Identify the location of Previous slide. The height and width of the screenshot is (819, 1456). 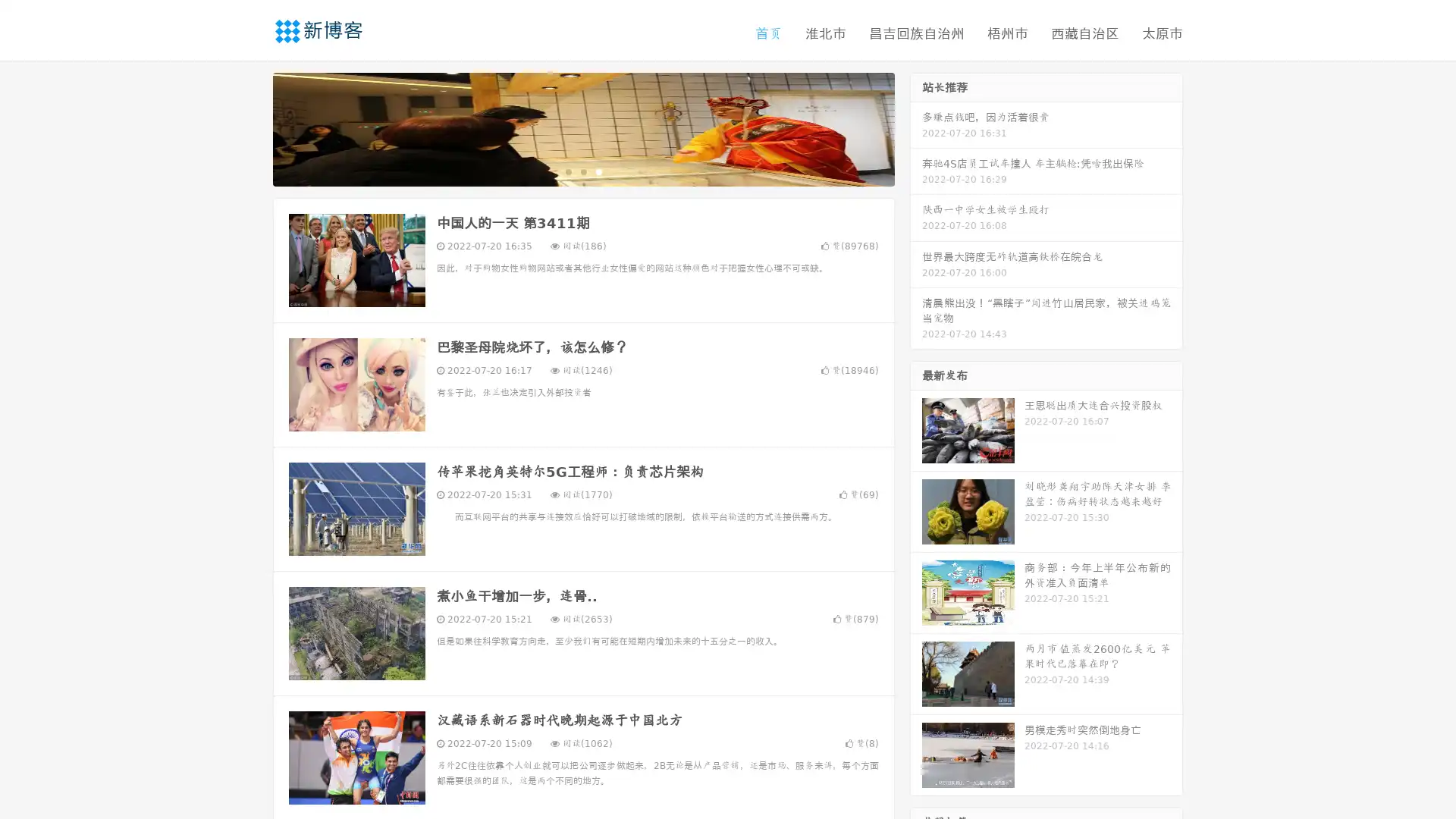
(250, 127).